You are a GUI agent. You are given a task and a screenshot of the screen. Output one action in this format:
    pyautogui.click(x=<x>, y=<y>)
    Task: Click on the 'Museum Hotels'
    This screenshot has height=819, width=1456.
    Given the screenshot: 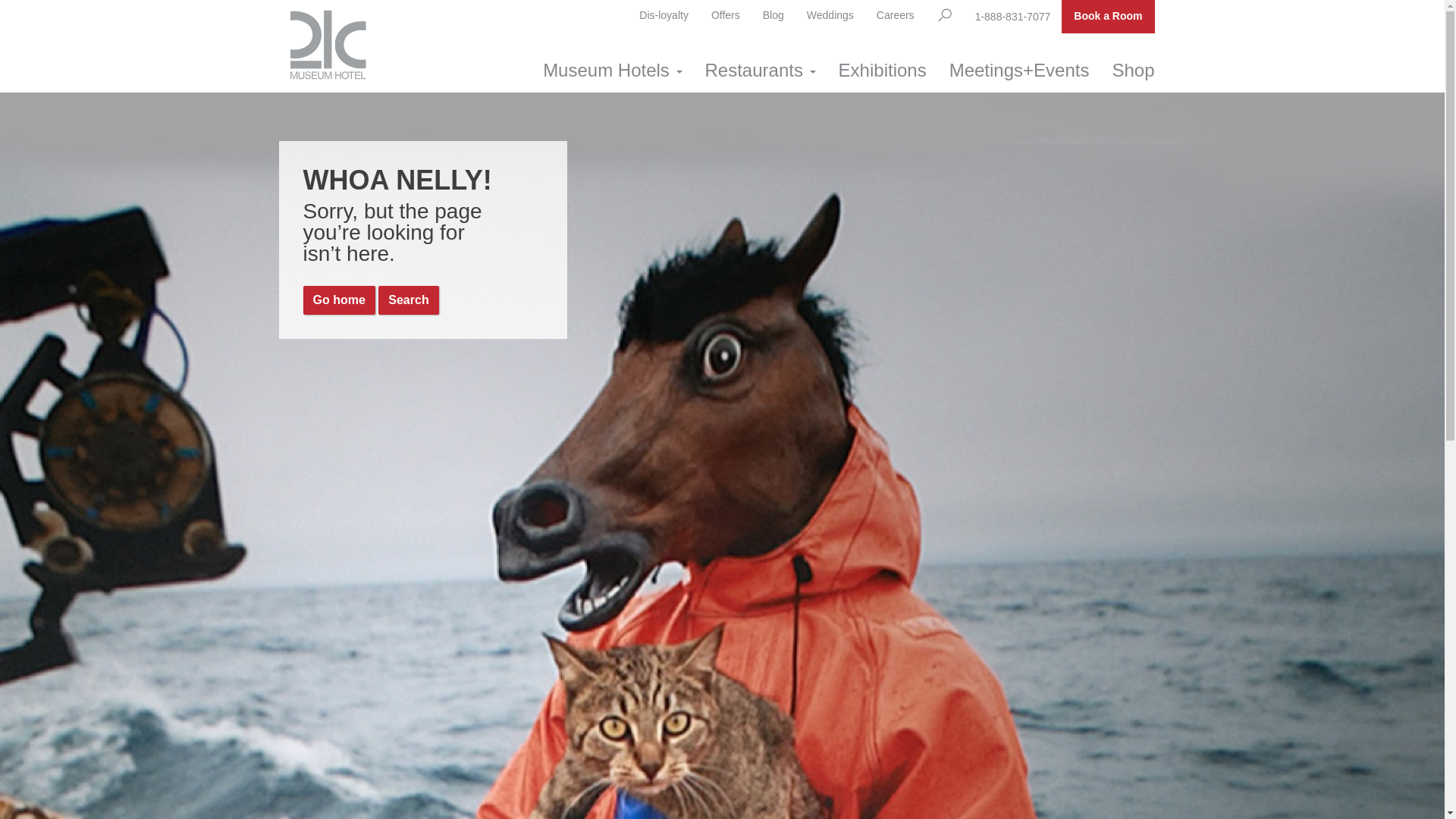 What is the action you would take?
    pyautogui.click(x=531, y=70)
    